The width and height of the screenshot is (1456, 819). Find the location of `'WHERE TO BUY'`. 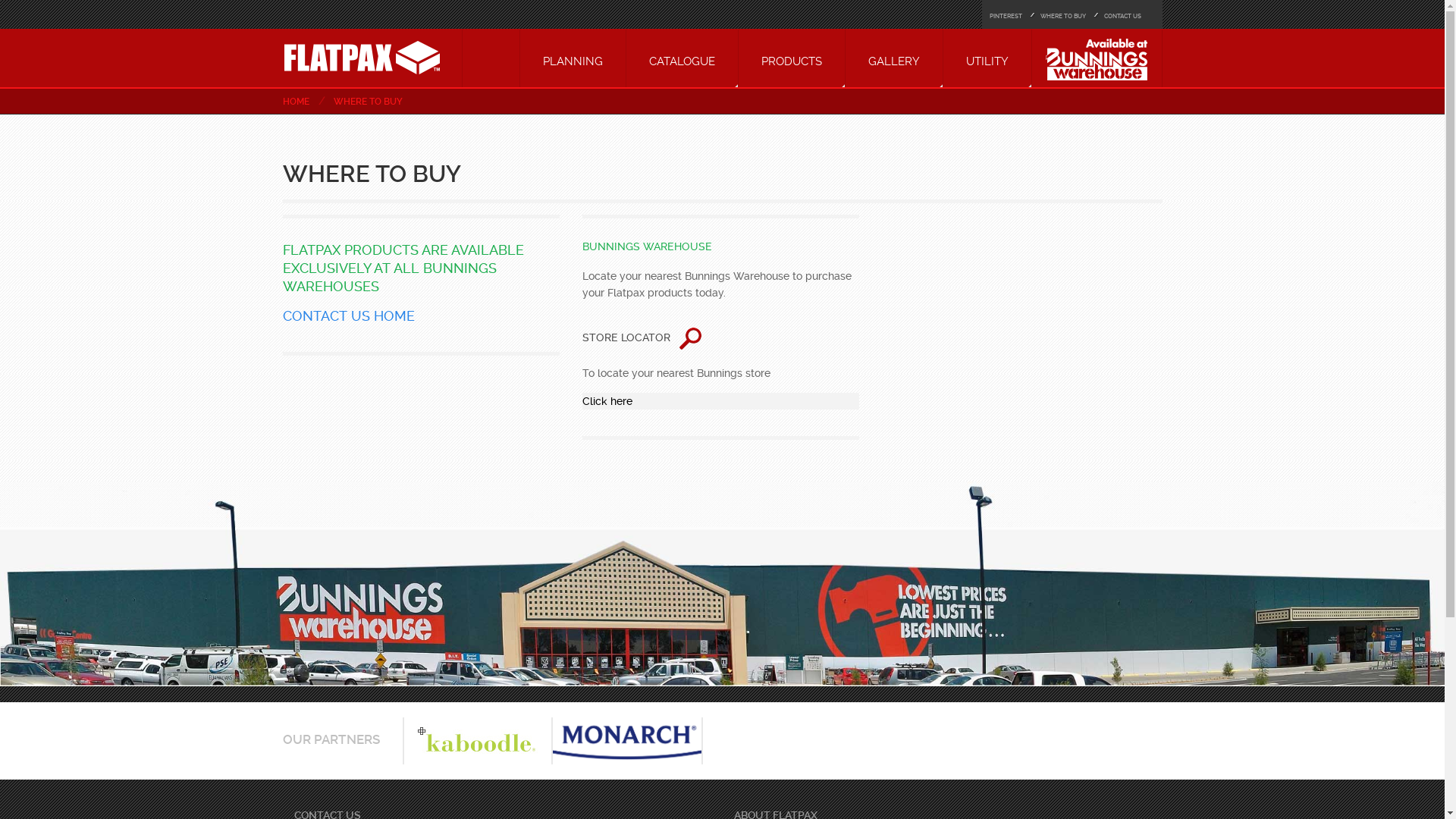

'WHERE TO BUY' is located at coordinates (1062, 16).